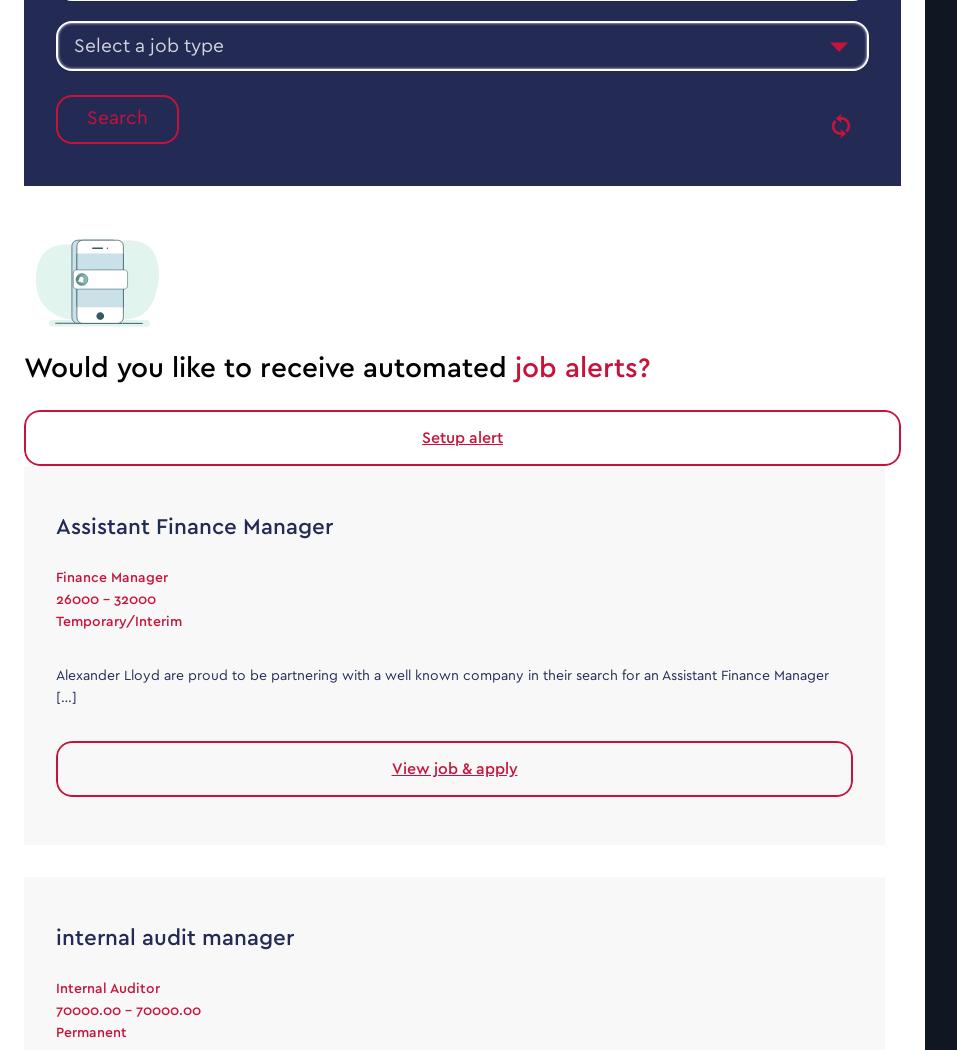 Image resolution: width=957 pixels, height=1050 pixels. Describe the element at coordinates (441, 685) in the screenshot. I see `'Alexander Lloyd are proud to be partnering with a well known company in their search for an Assistant Finance Manager […]'` at that location.